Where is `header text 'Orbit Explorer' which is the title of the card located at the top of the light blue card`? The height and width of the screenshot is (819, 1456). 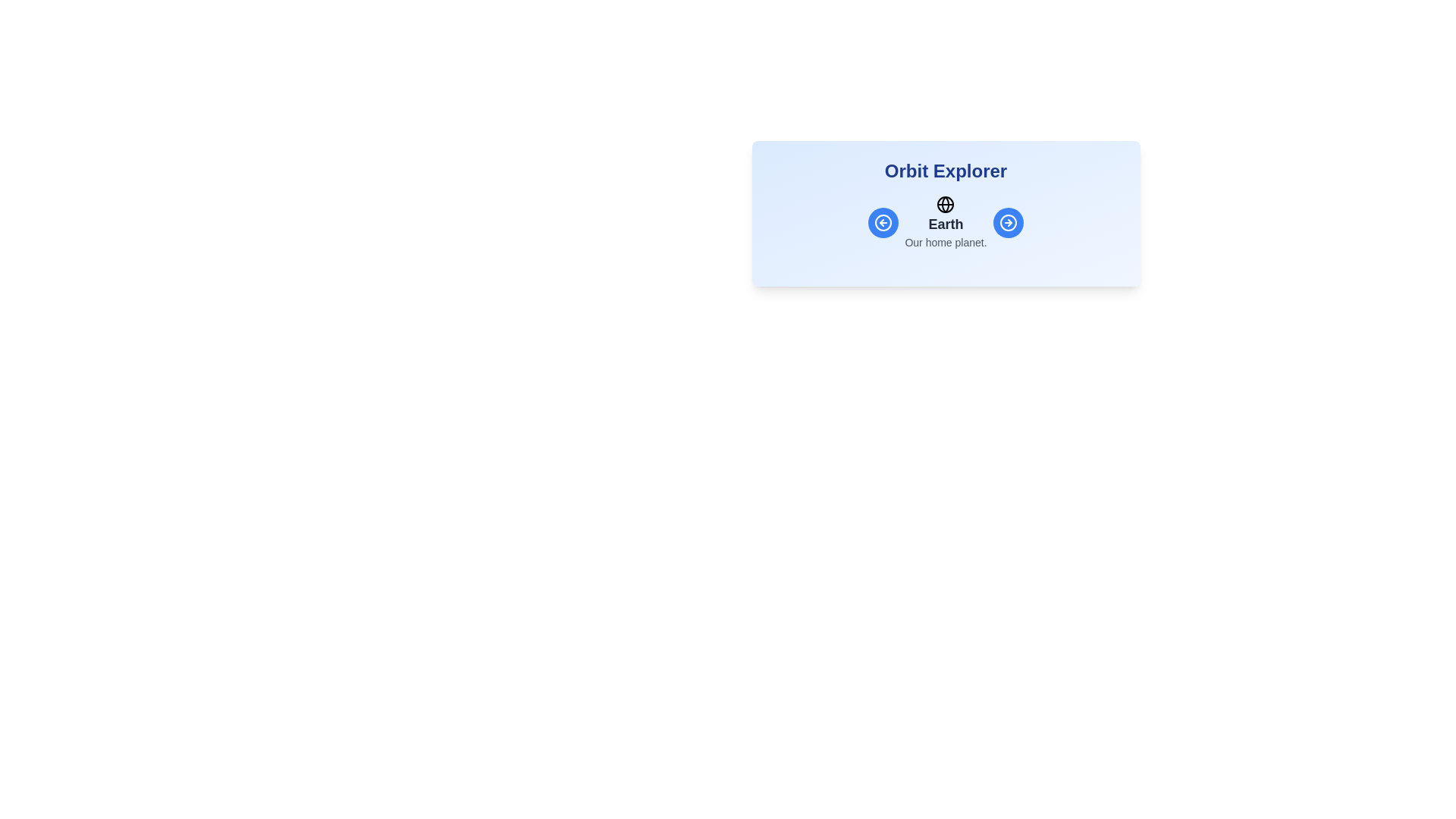
header text 'Orbit Explorer' which is the title of the card located at the top of the light blue card is located at coordinates (945, 171).